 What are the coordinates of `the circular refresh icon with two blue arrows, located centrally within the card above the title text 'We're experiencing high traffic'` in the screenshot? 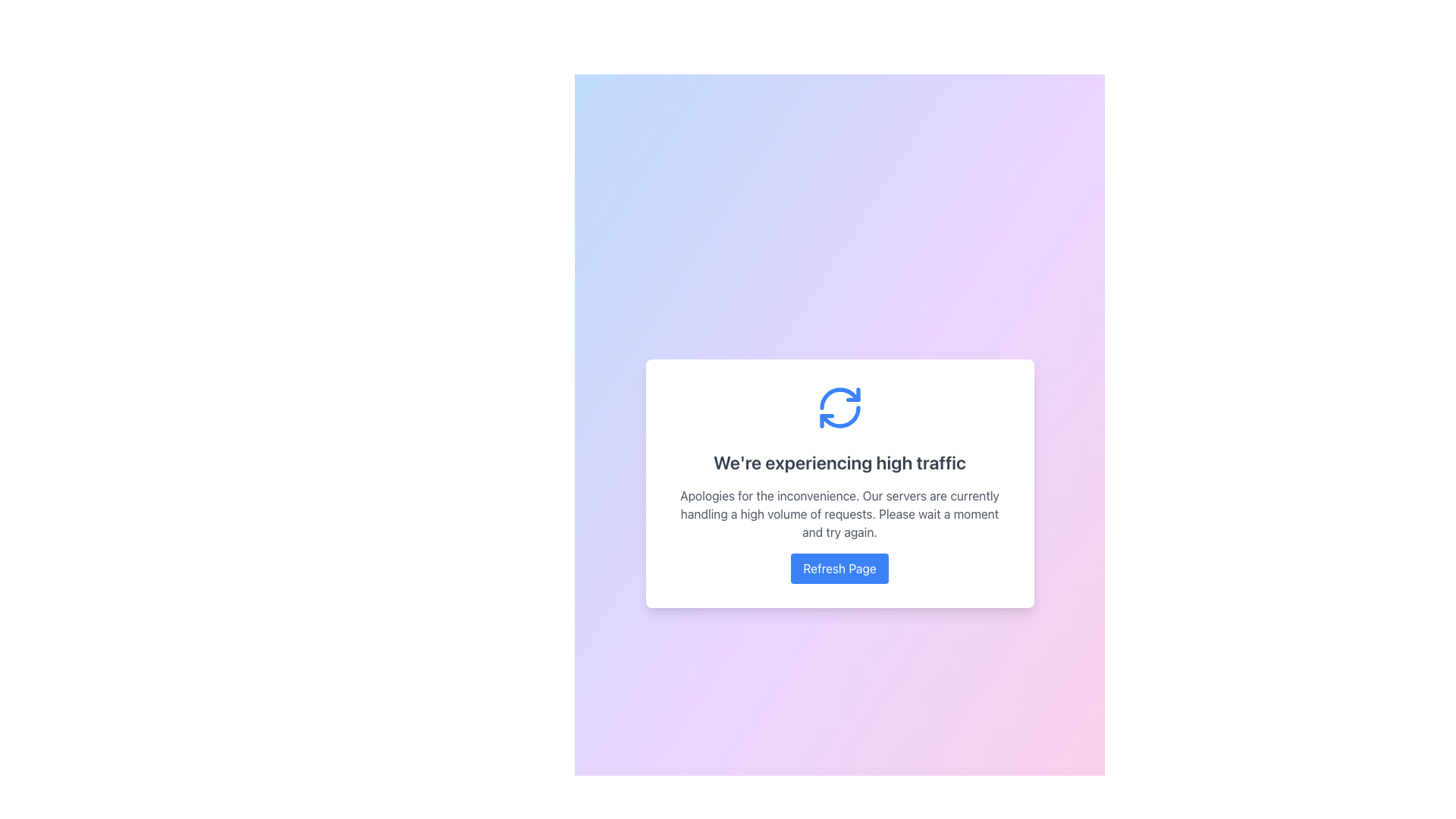 It's located at (839, 406).